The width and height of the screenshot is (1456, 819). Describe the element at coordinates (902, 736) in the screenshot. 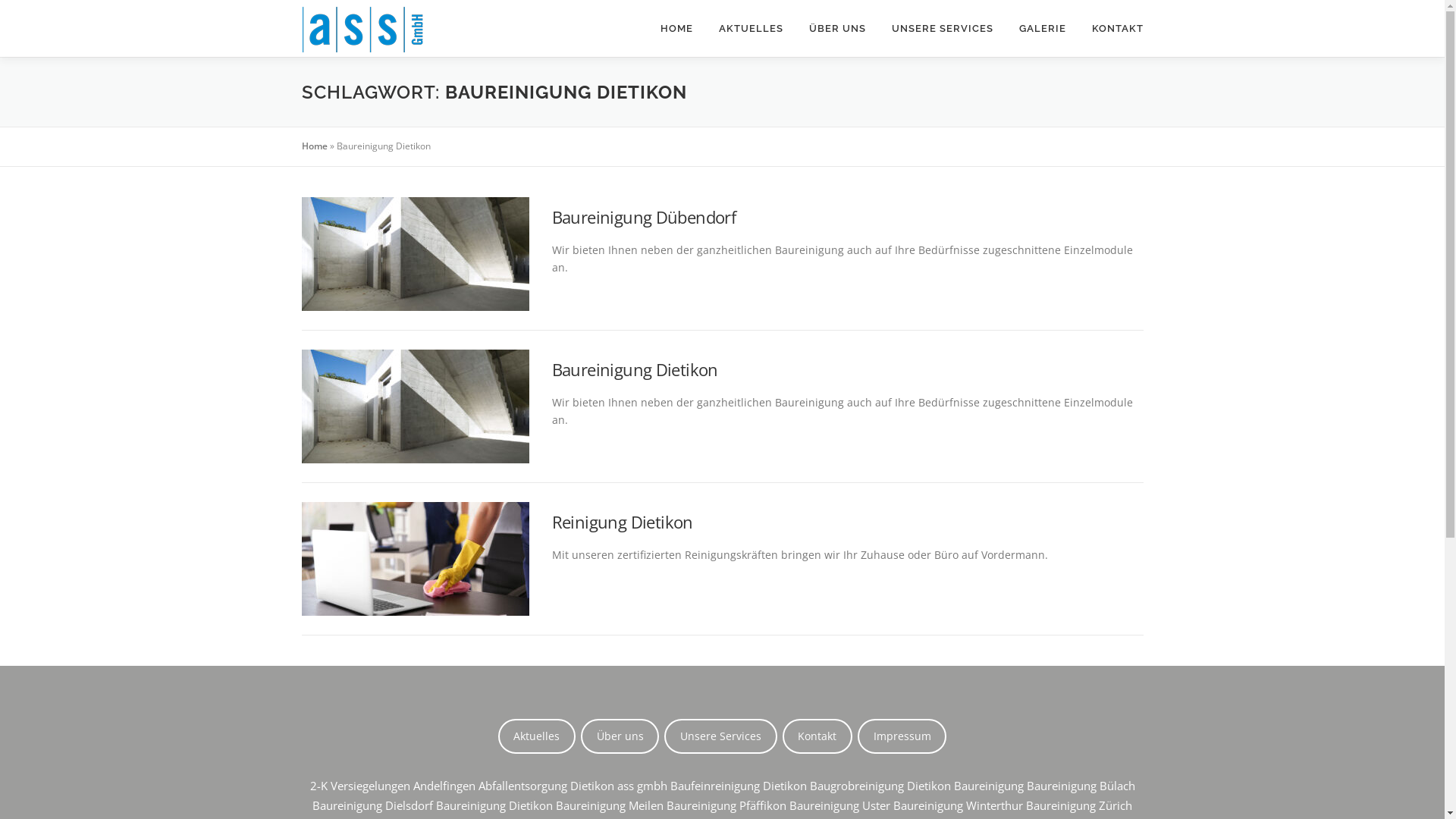

I see `'Impressum'` at that location.